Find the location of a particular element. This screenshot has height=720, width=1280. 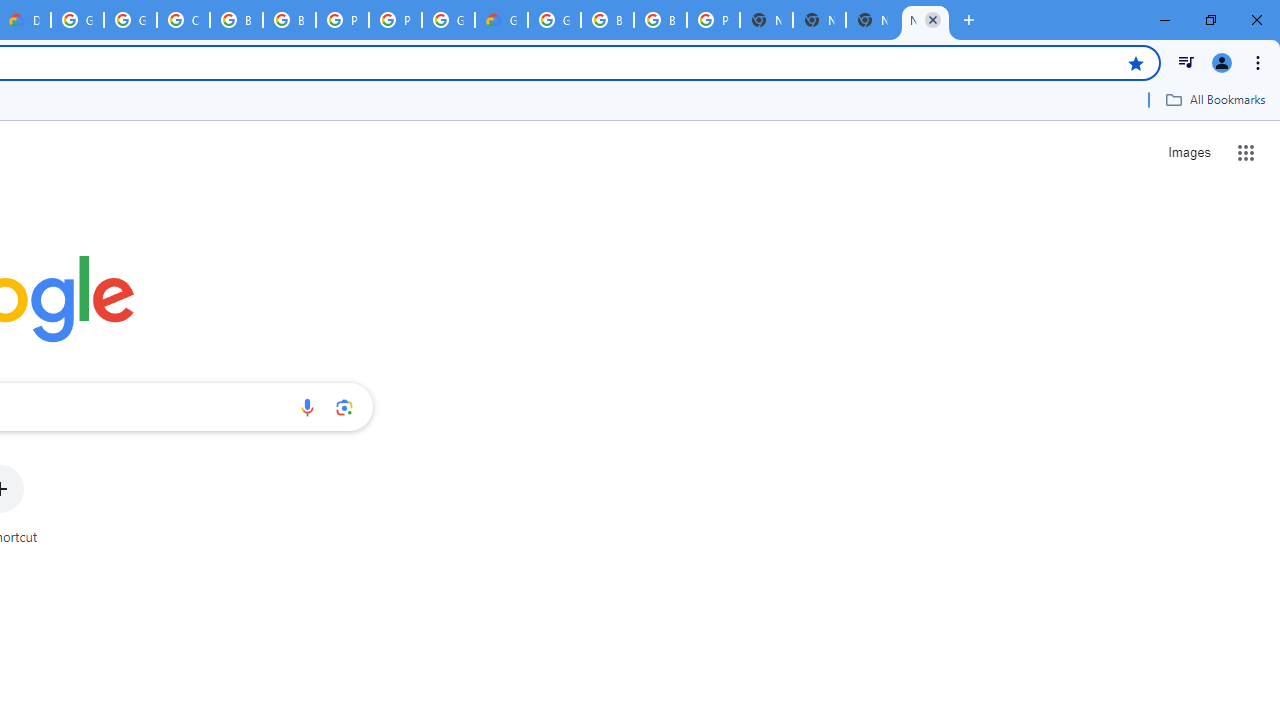

'Google Cloud Estimate Summary' is located at coordinates (501, 20).